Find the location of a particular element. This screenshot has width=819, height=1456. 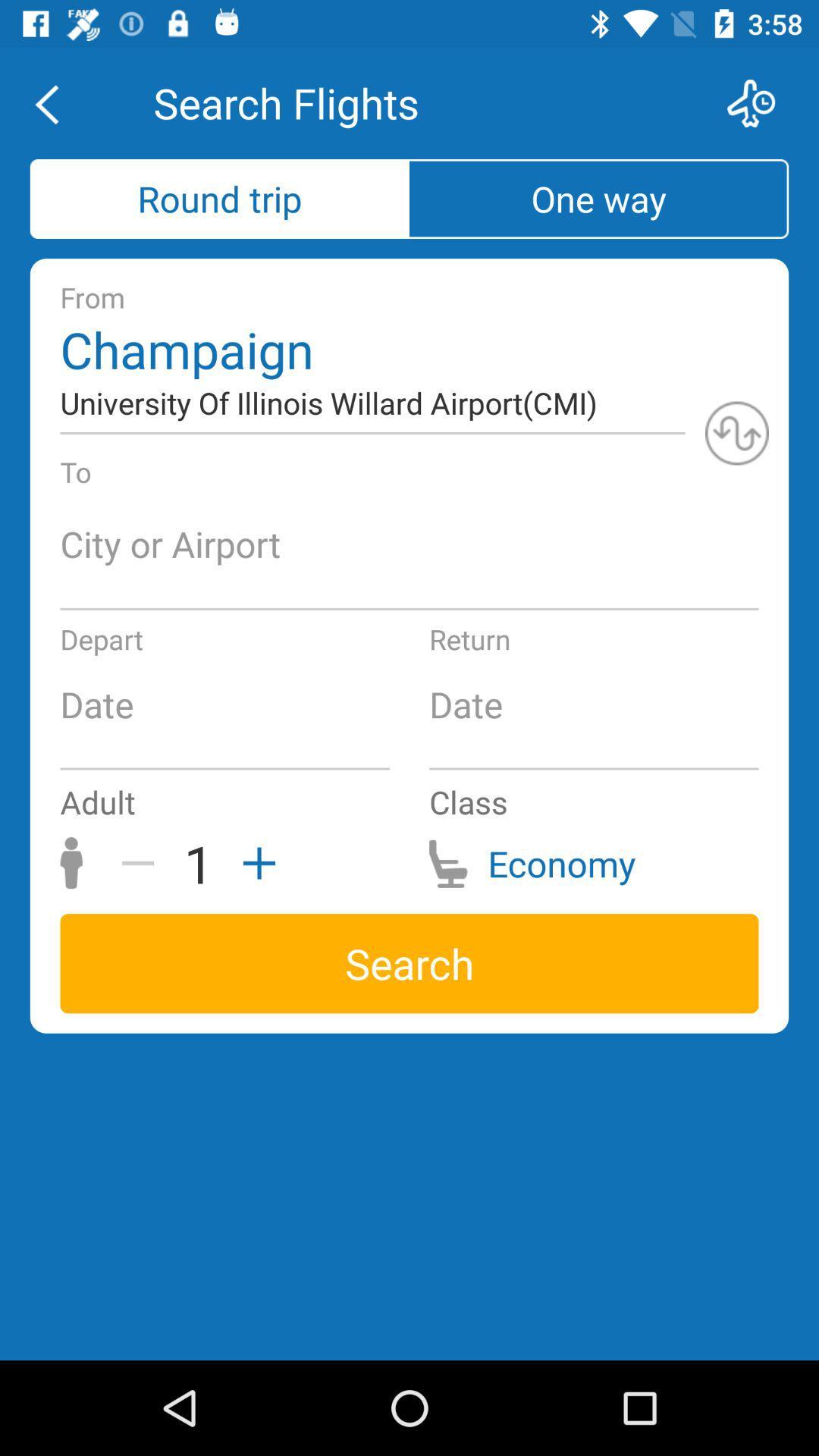

adding is located at coordinates (253, 863).